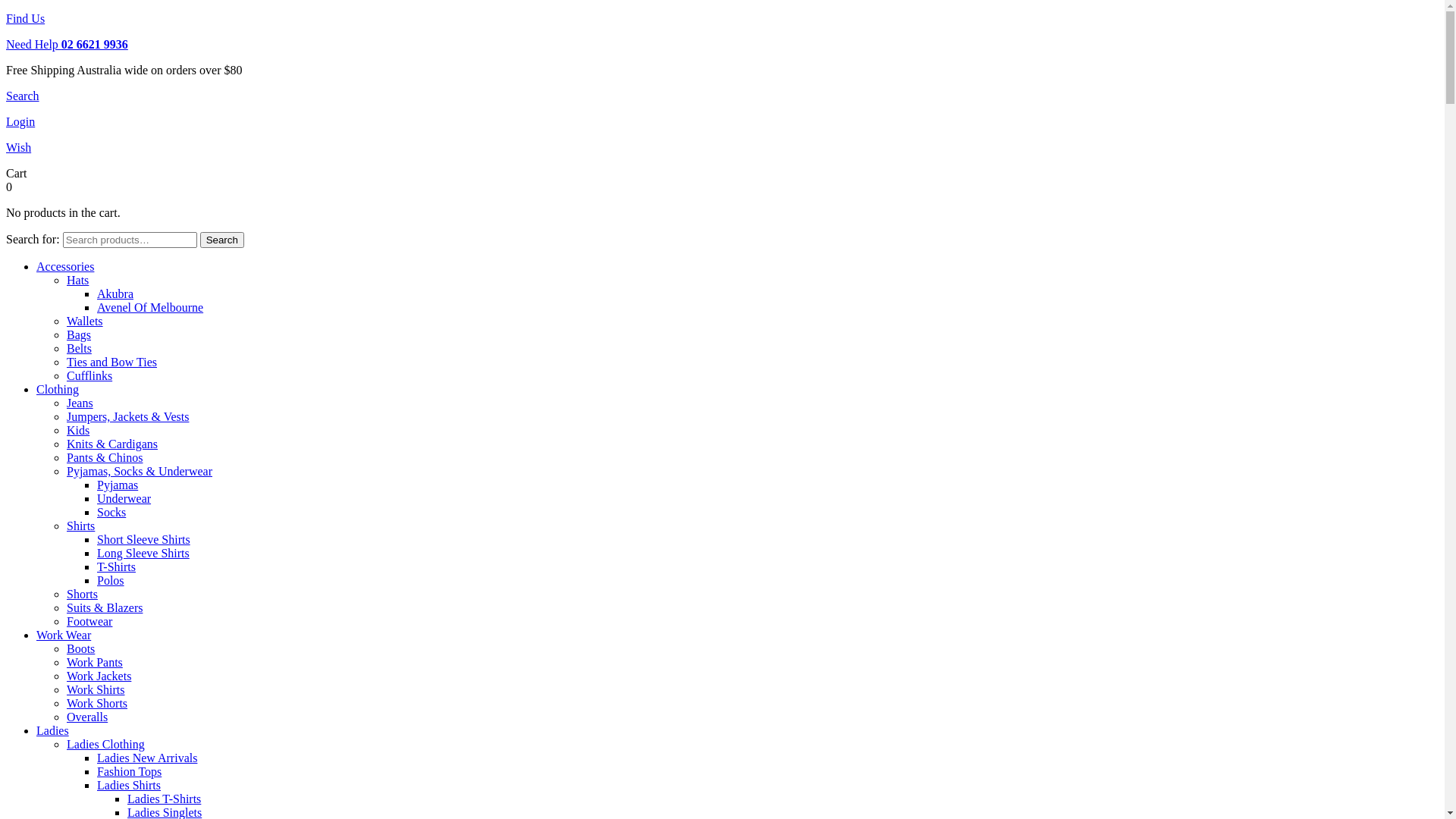 The height and width of the screenshot is (819, 1456). What do you see at coordinates (124, 498) in the screenshot?
I see `'Underwear'` at bounding box center [124, 498].